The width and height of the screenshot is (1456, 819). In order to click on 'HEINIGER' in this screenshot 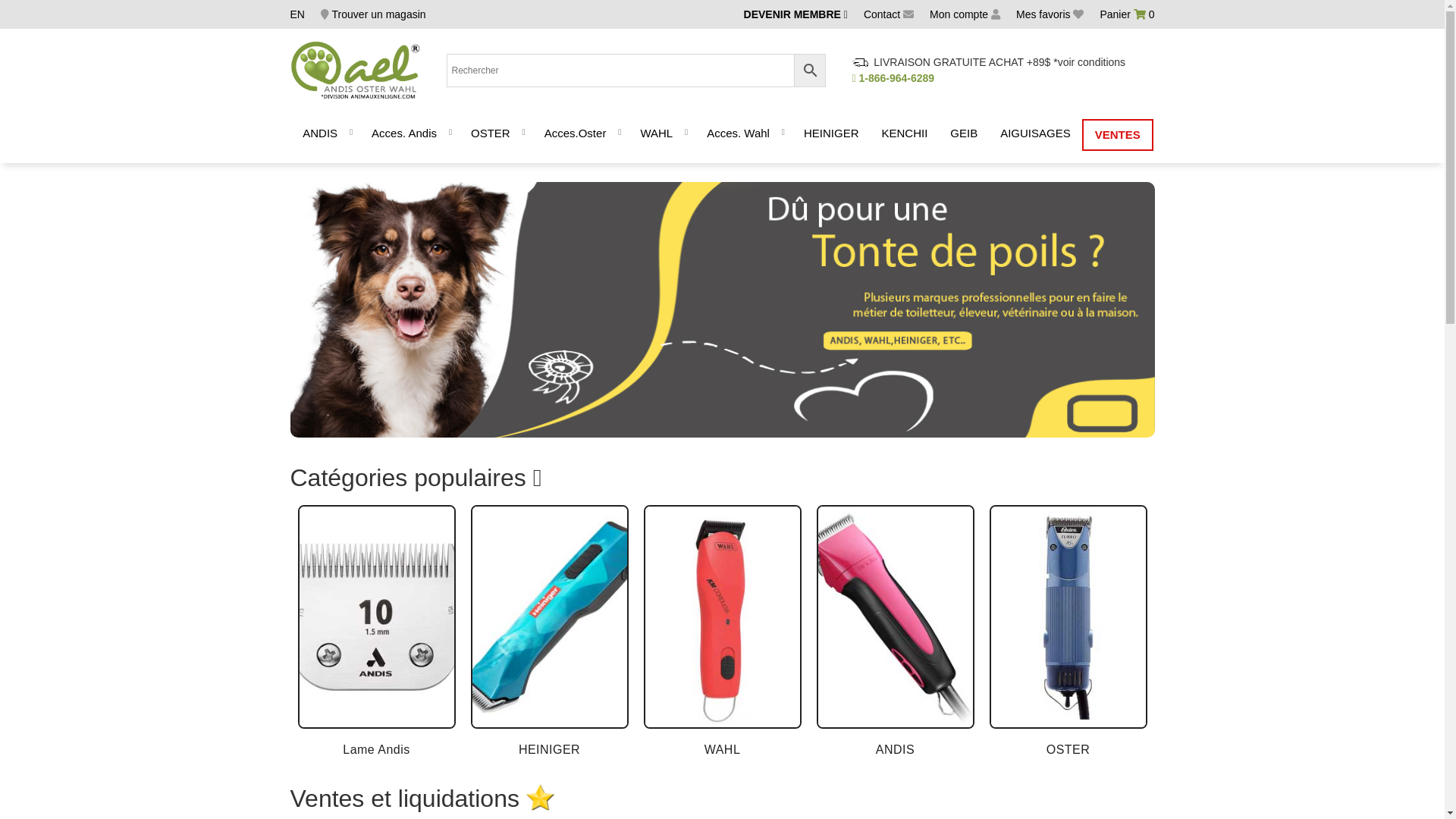, I will do `click(830, 133)`.